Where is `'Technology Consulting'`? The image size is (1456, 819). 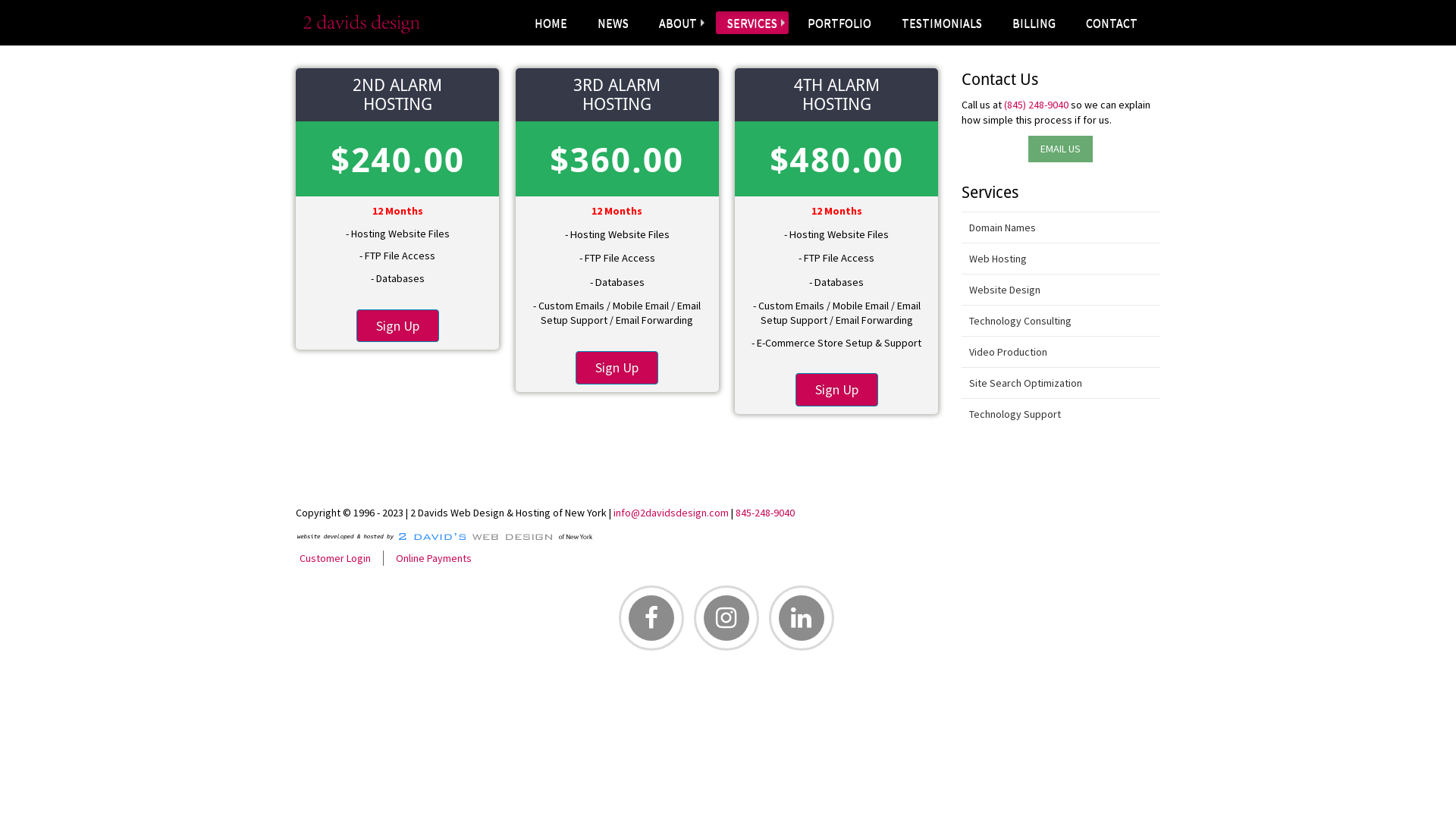
'Technology Consulting' is located at coordinates (960, 320).